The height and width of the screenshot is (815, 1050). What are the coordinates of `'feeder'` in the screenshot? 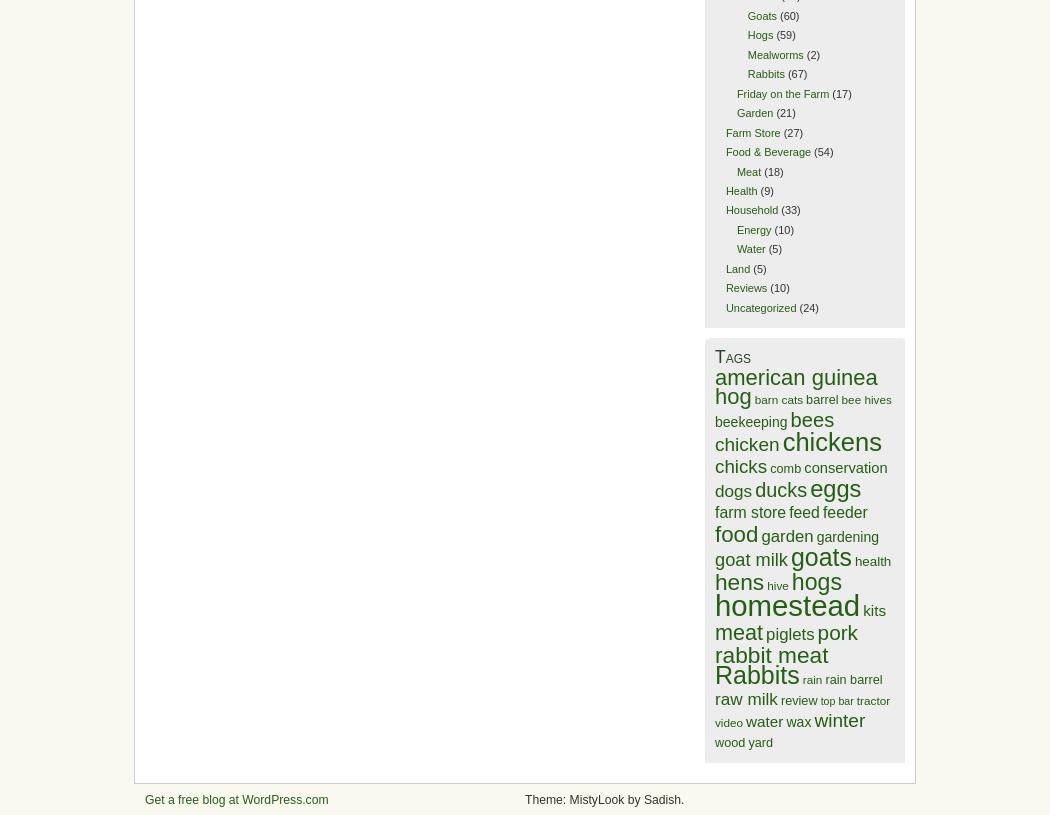 It's located at (844, 512).